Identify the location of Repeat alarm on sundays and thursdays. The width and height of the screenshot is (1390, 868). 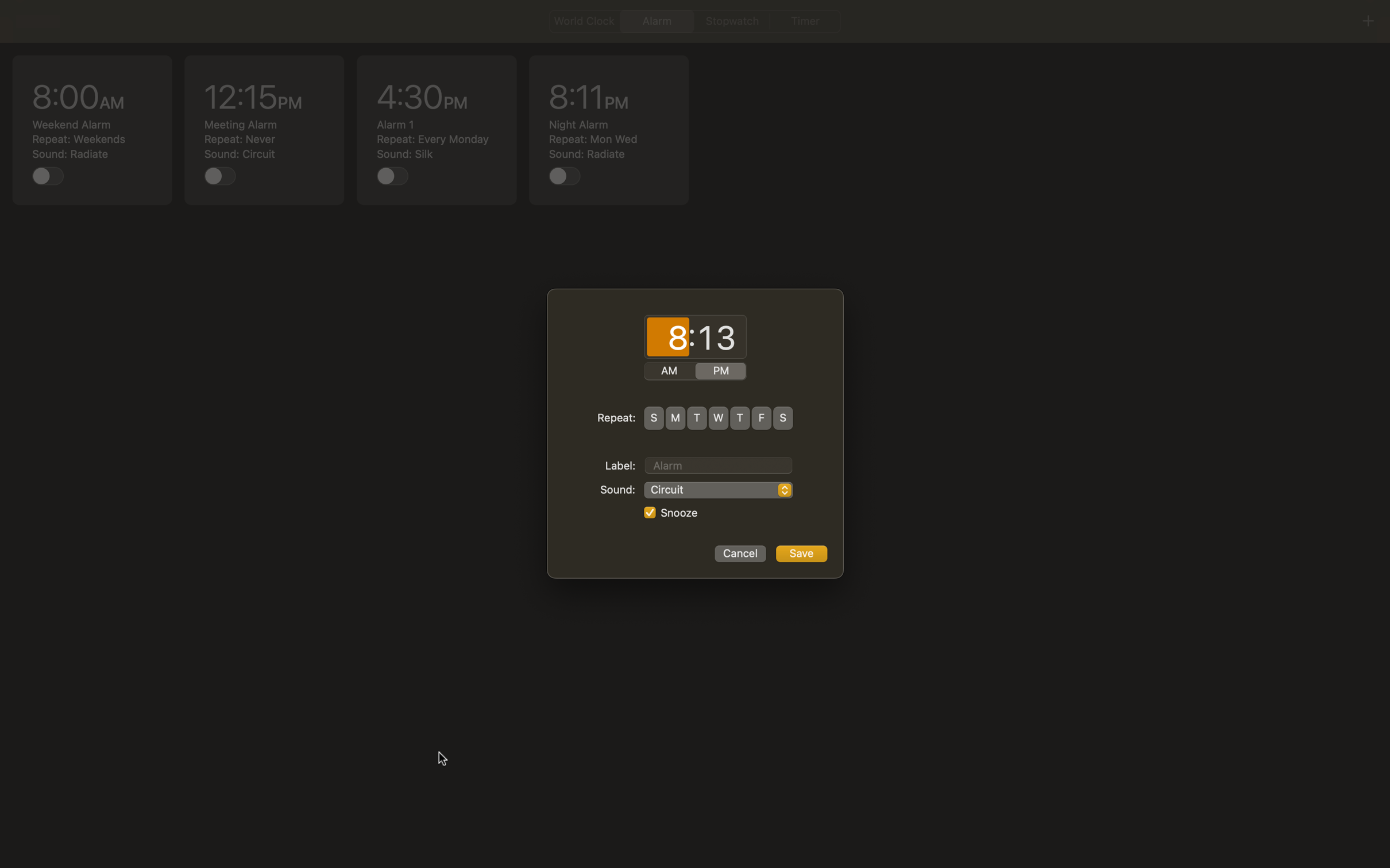
(653, 417).